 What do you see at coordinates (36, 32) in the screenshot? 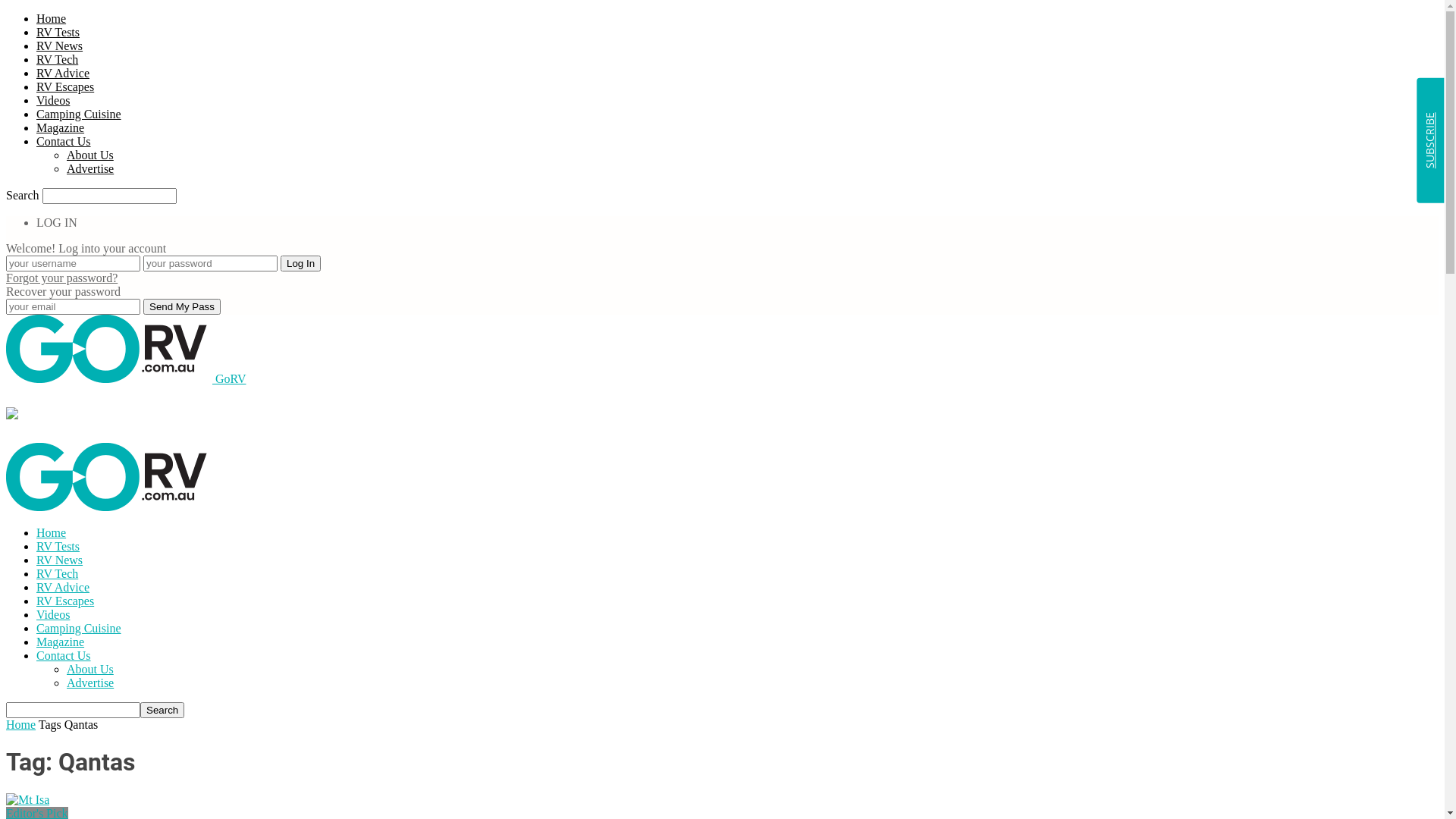
I see `'RV Tests'` at bounding box center [36, 32].